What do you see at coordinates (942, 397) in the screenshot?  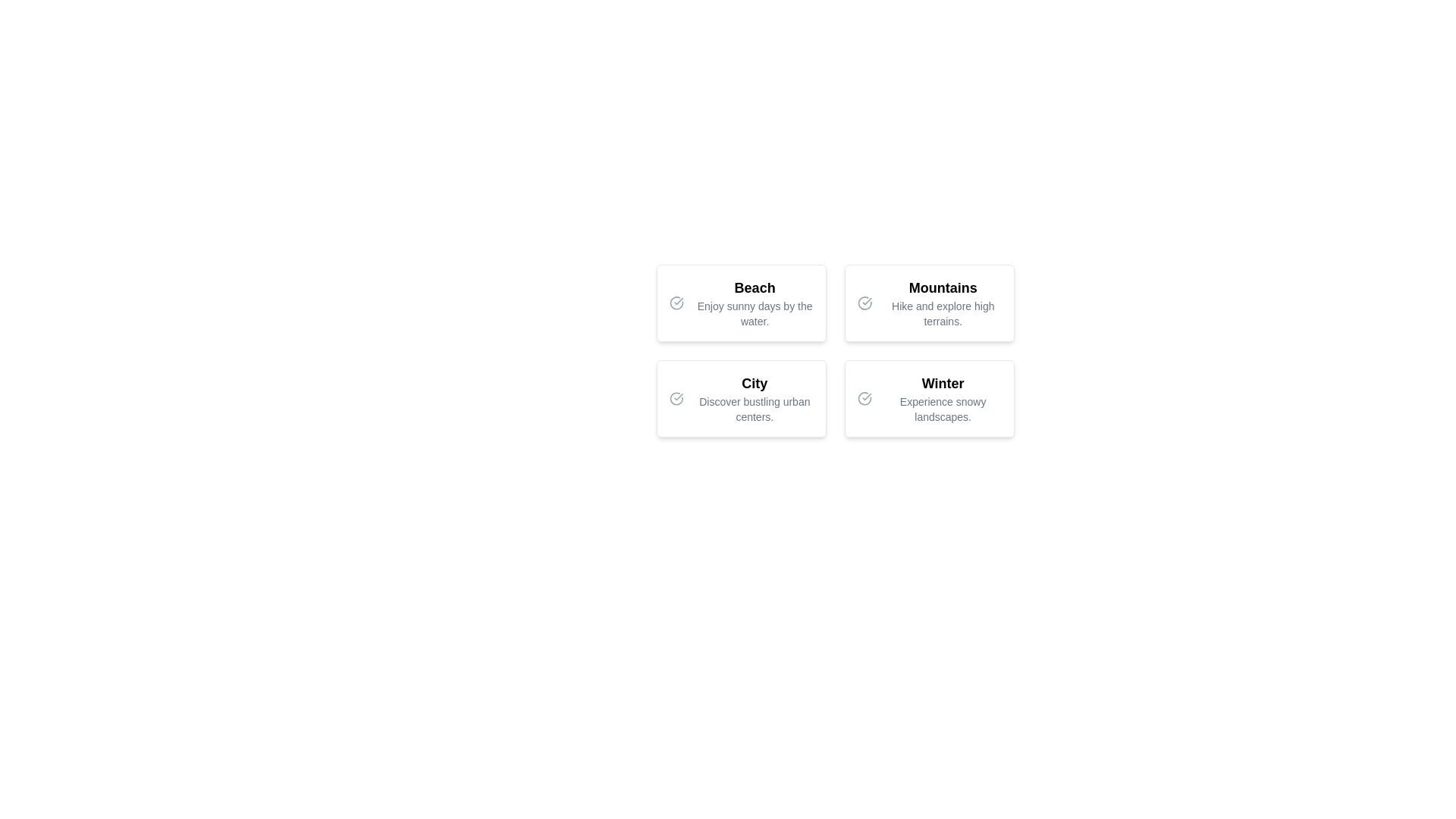 I see `the text element titled 'Winter' which is part of a grid of selectable options` at bounding box center [942, 397].